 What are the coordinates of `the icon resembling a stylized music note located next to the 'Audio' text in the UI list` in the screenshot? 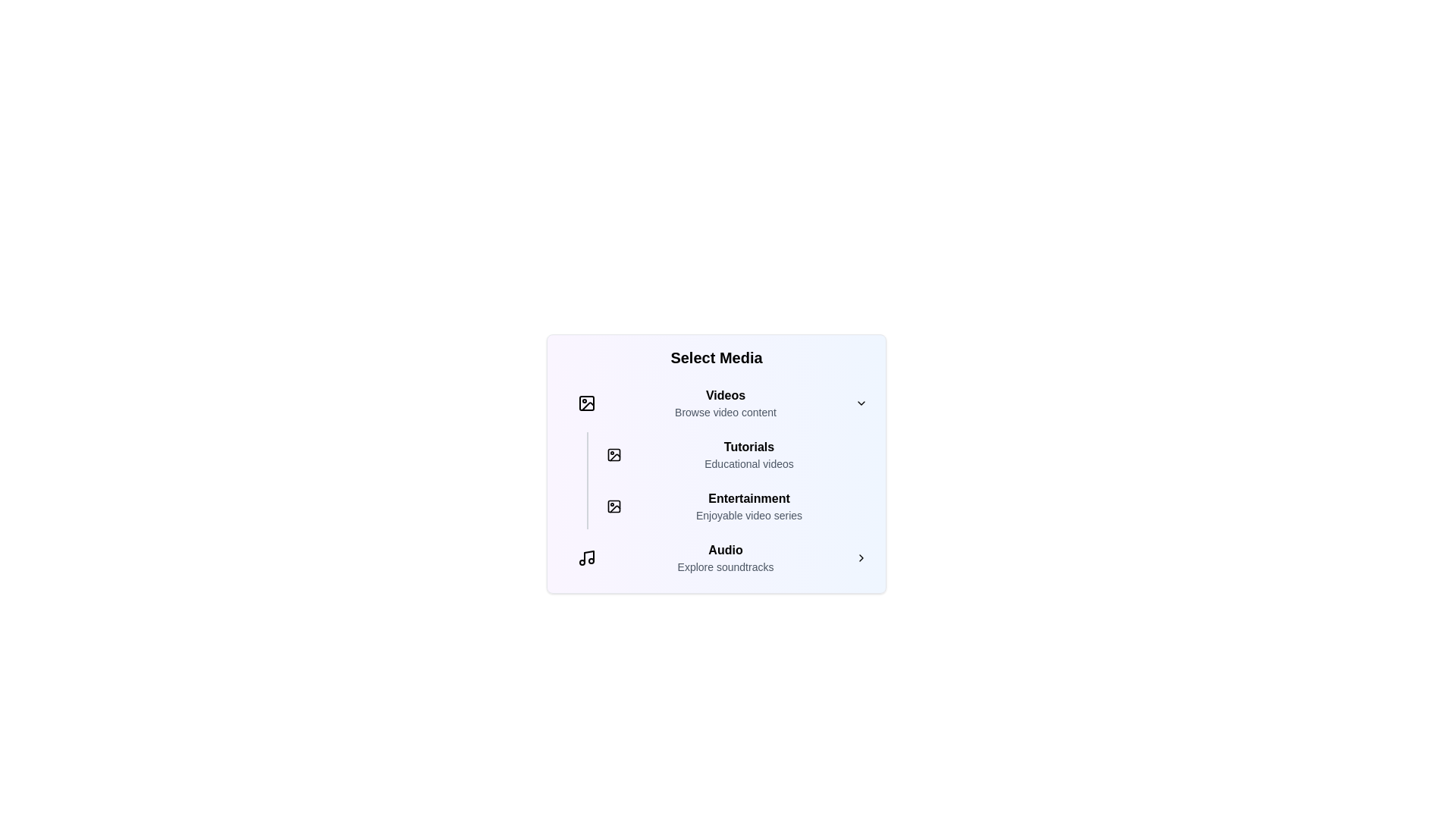 It's located at (588, 557).